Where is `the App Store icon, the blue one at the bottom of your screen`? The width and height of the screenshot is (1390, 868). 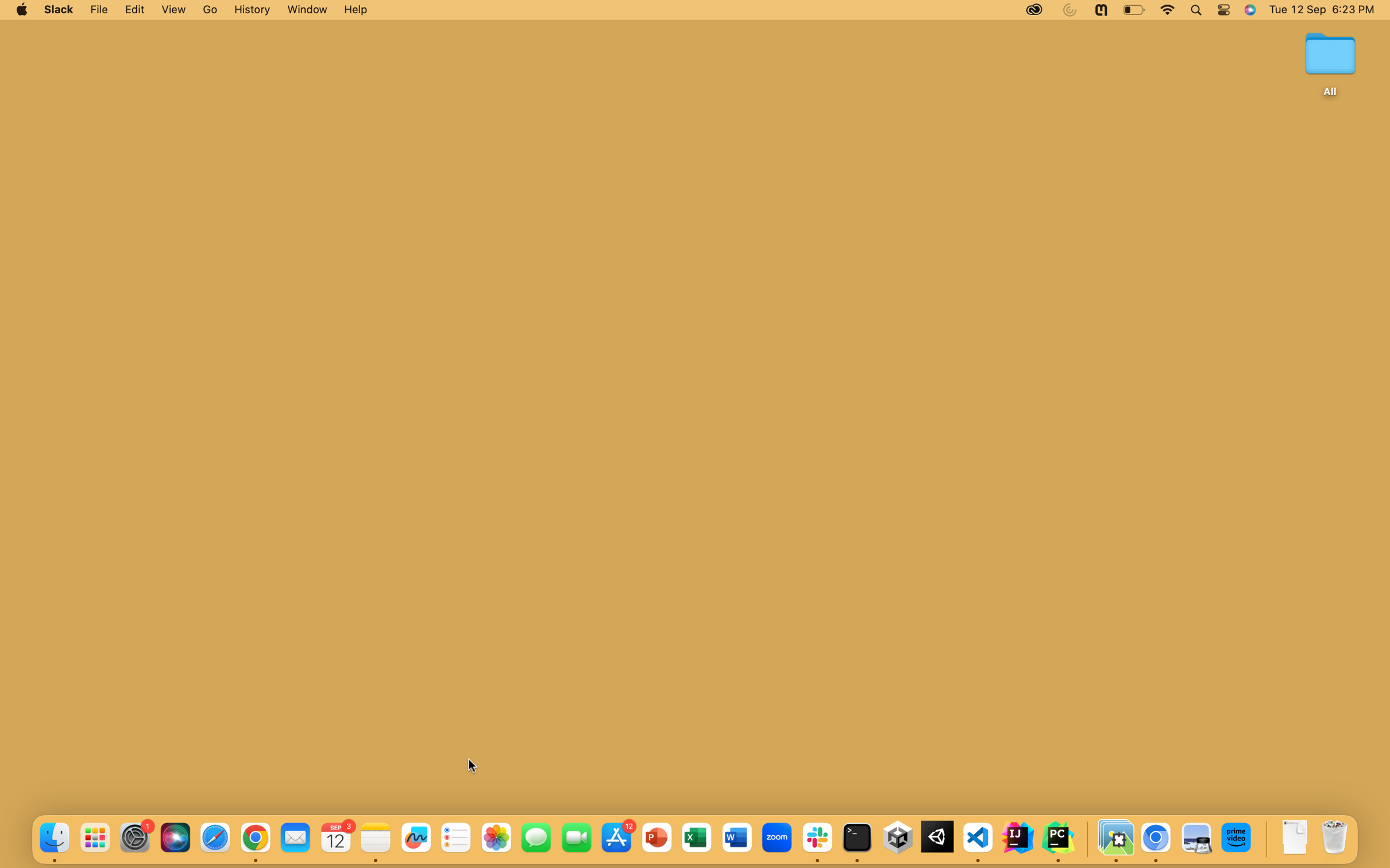 the App Store icon, the blue one at the bottom of your screen is located at coordinates (616, 838).